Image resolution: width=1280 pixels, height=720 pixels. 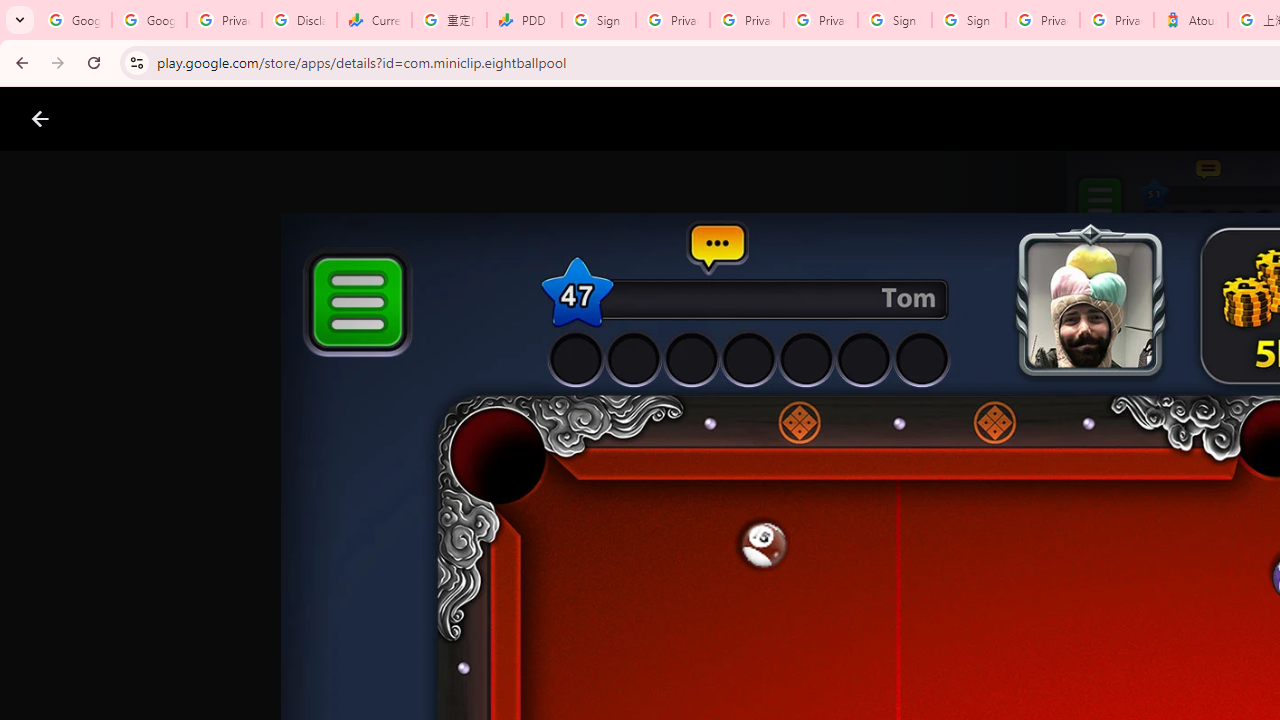 What do you see at coordinates (524, 20) in the screenshot?
I see `'PDD Holdings Inc - ADR (PDD) Price & News - Google Finance'` at bounding box center [524, 20].